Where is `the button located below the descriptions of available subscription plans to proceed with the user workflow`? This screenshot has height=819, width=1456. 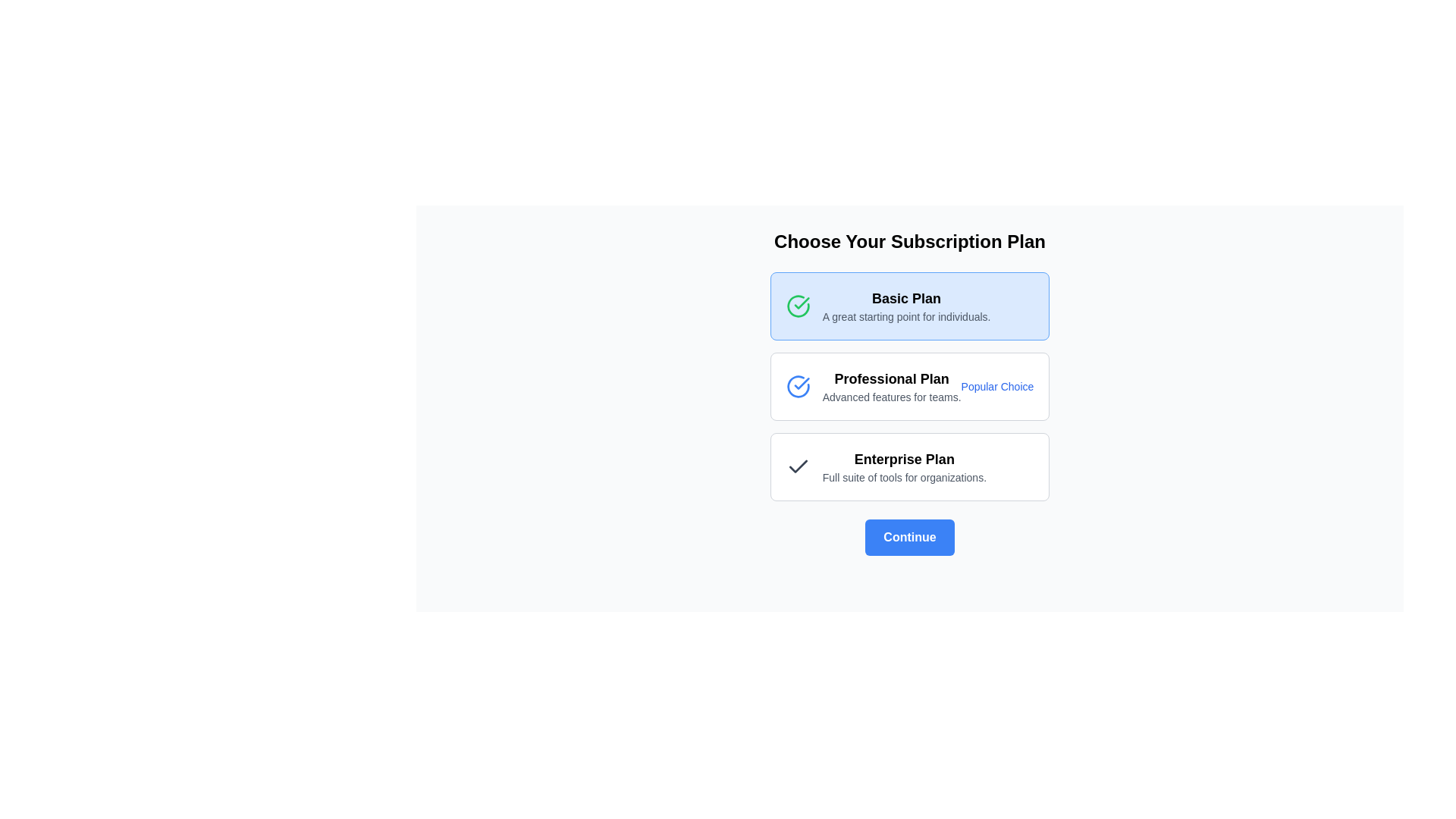
the button located below the descriptions of available subscription plans to proceed with the user workflow is located at coordinates (910, 537).